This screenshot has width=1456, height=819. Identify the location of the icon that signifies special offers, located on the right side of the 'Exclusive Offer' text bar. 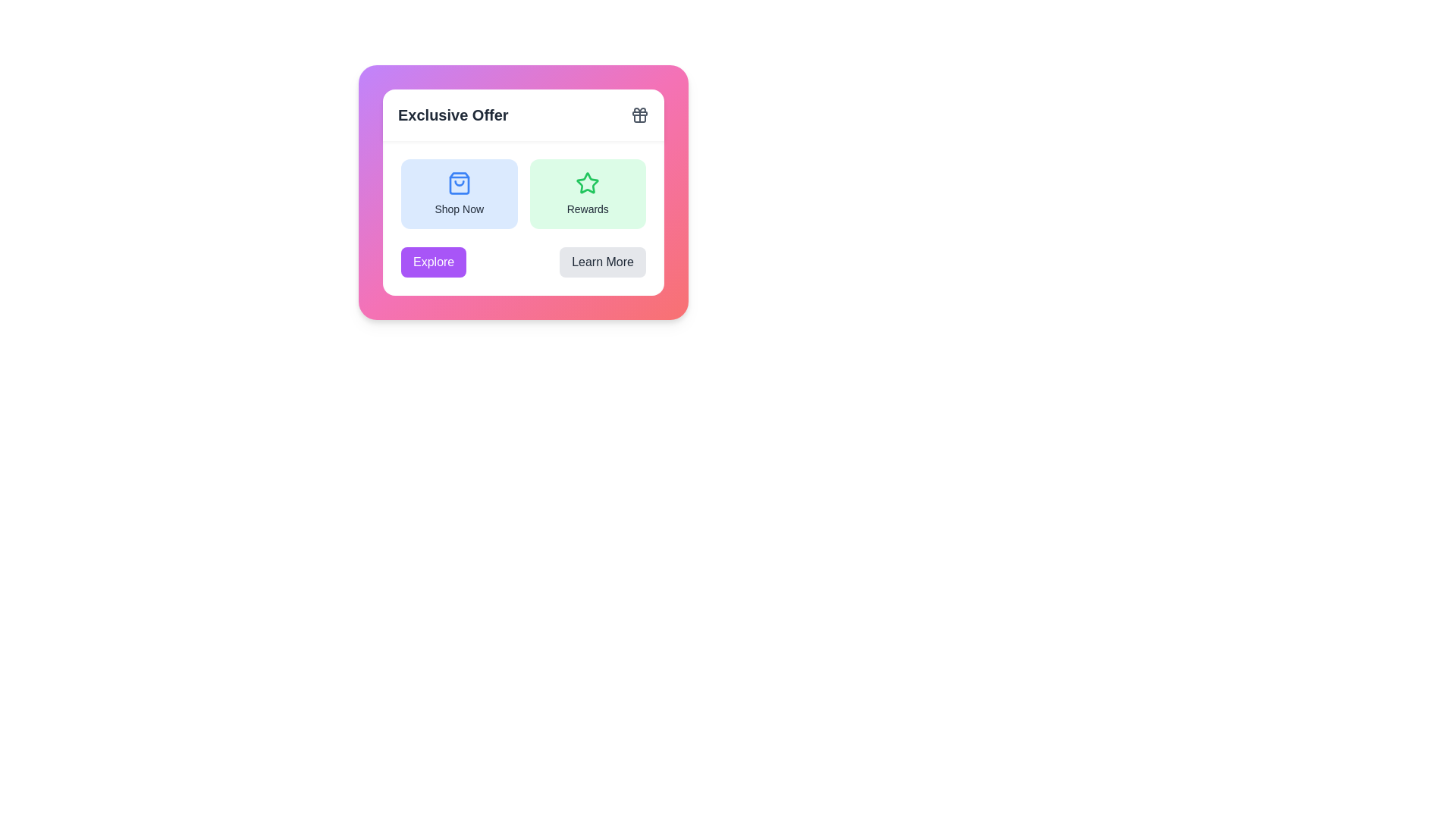
(640, 114).